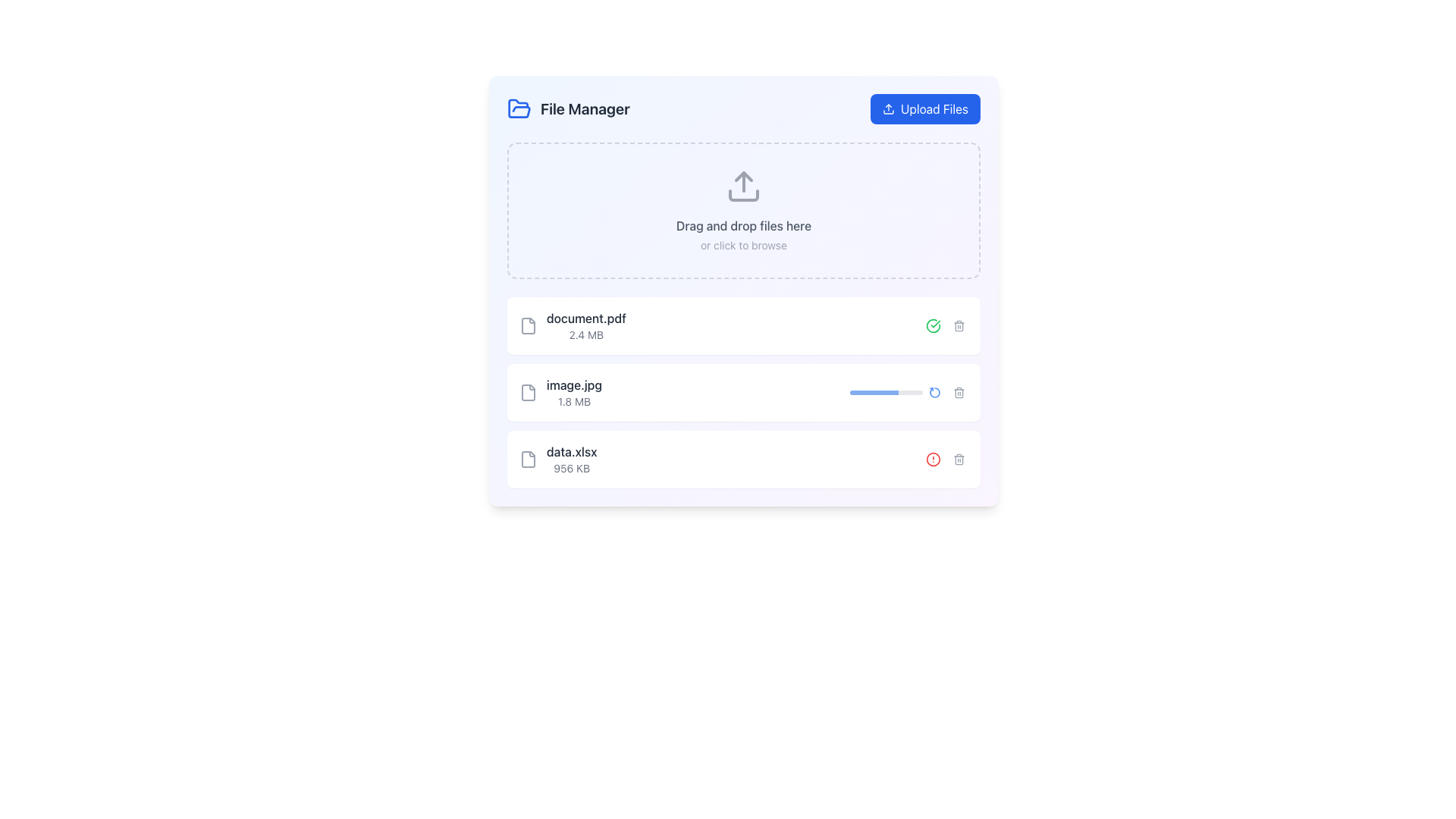  What do you see at coordinates (743, 225) in the screenshot?
I see `the text element displaying 'Drag and drop files here', which is styled with gray color and medium-weight font, located within the drag-and-drop upload area` at bounding box center [743, 225].